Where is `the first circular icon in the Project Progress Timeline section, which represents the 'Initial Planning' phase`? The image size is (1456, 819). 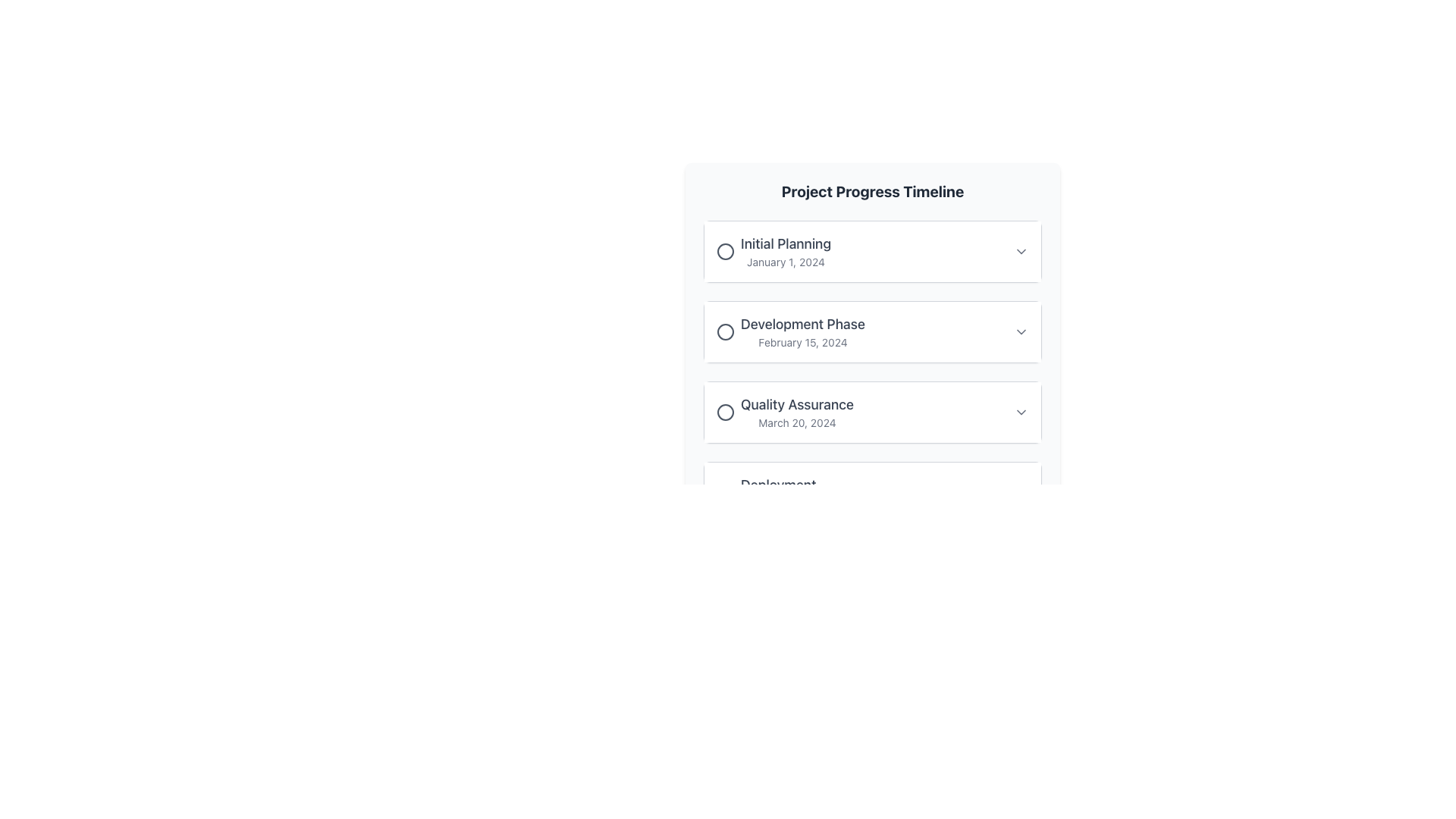
the first circular icon in the Project Progress Timeline section, which represents the 'Initial Planning' phase is located at coordinates (724, 250).